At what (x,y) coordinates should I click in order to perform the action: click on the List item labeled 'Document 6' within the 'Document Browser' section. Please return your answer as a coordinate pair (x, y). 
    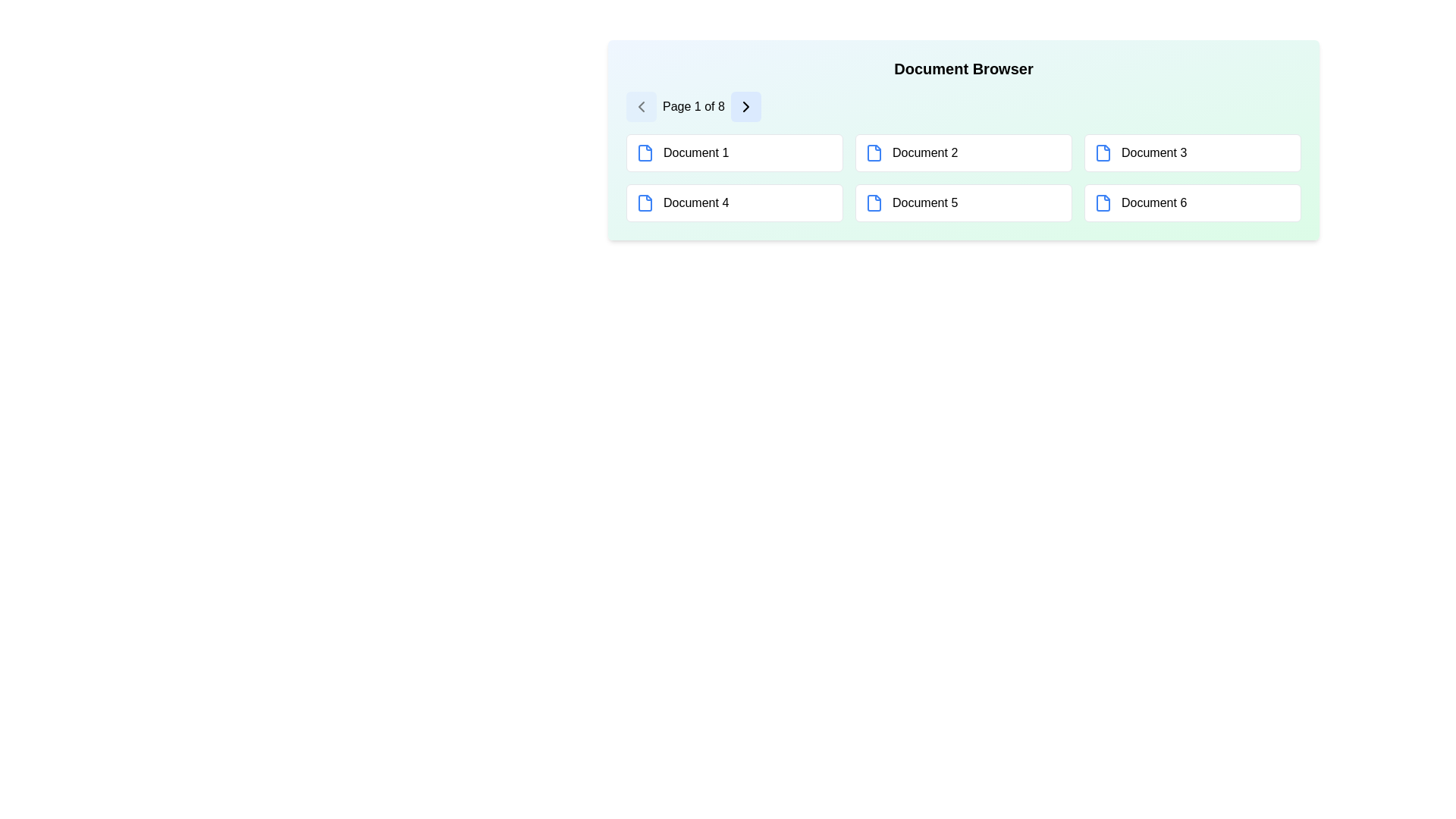
    Looking at the image, I should click on (1192, 202).